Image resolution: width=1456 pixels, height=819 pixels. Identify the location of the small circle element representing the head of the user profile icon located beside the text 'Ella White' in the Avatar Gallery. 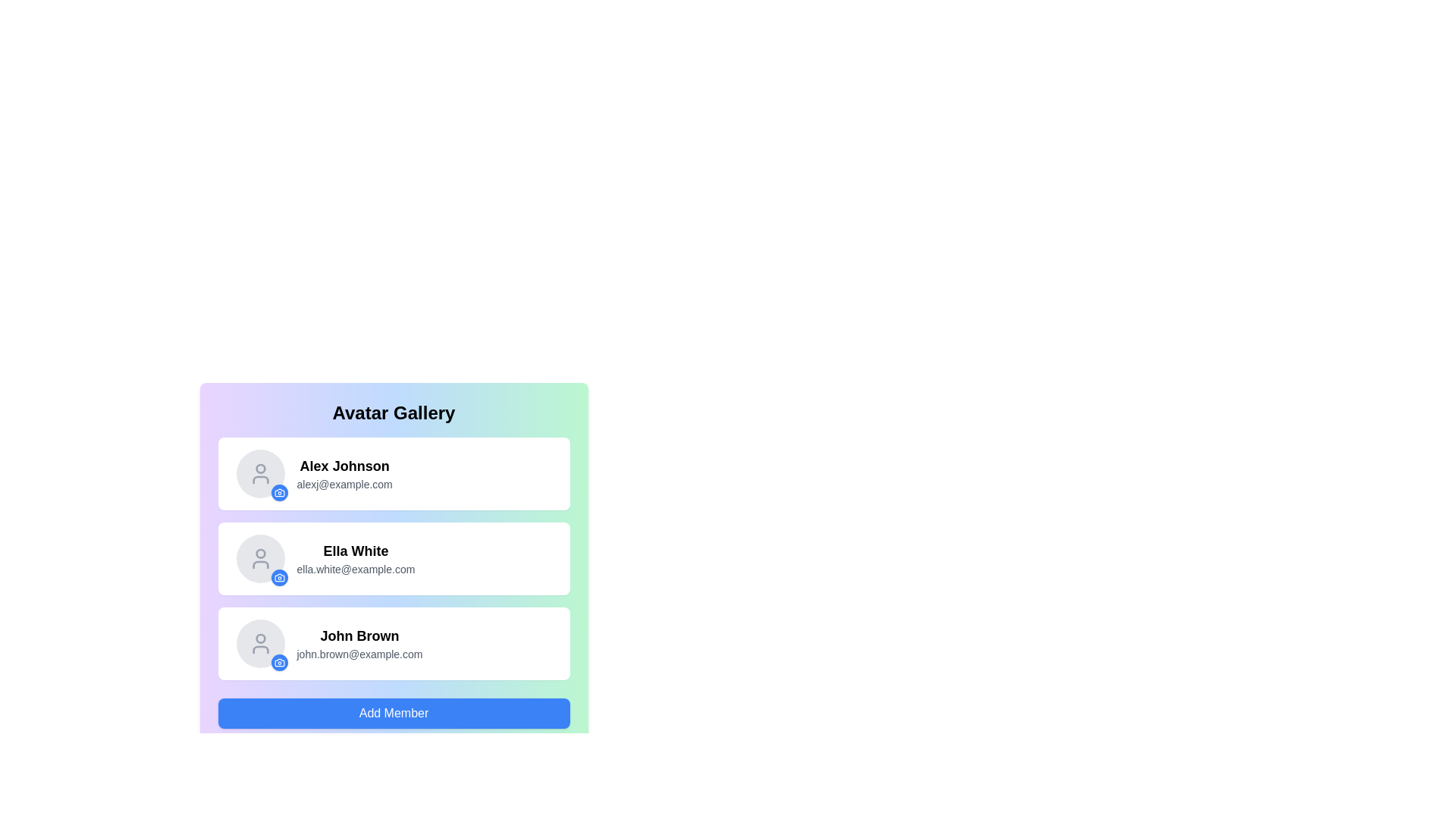
(260, 554).